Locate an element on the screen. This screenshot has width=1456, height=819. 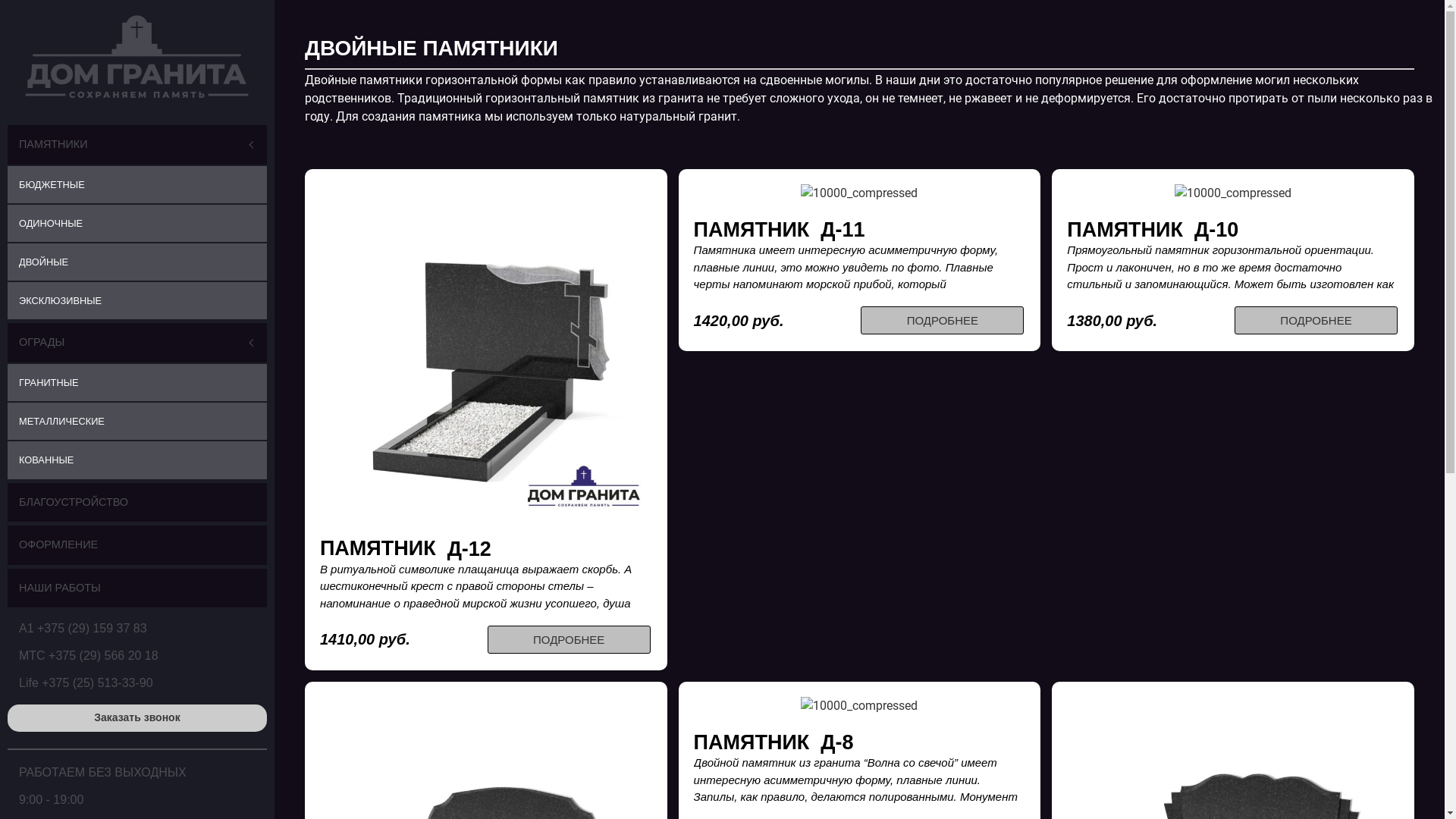
'Life +375 (25) 513-33-90' is located at coordinates (85, 682).